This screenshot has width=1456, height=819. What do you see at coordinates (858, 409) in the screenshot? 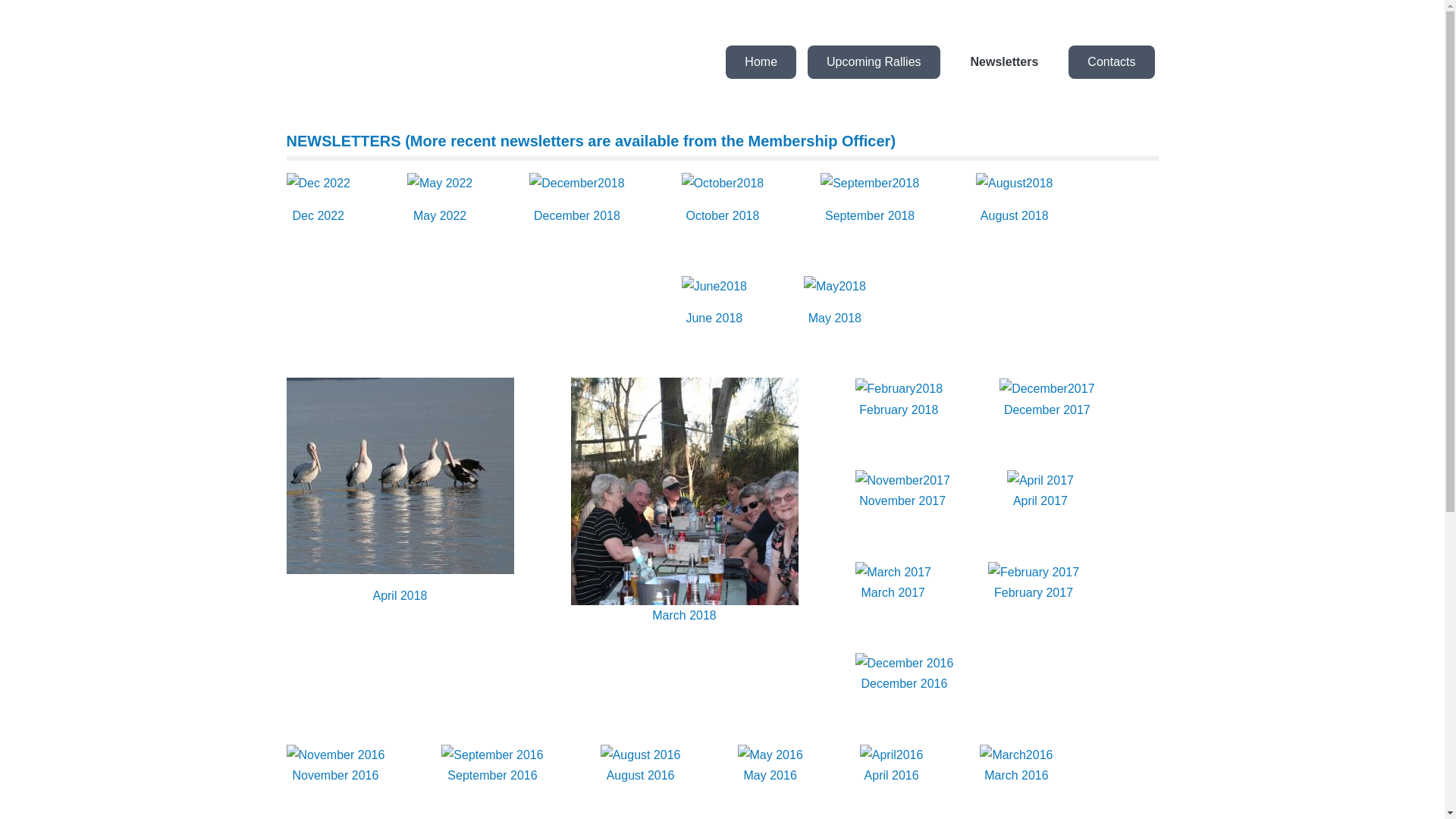
I see `'February 2018'` at bounding box center [858, 409].